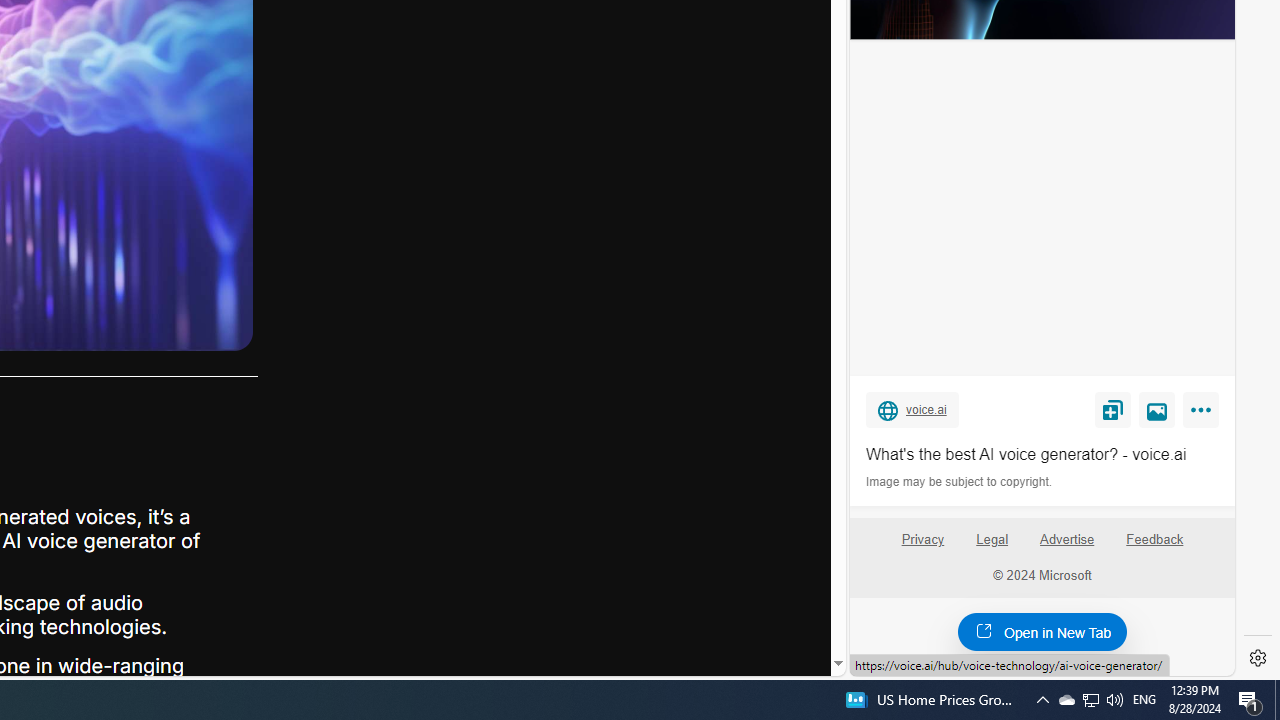  I want to click on 'Advertise', so click(1065, 538).